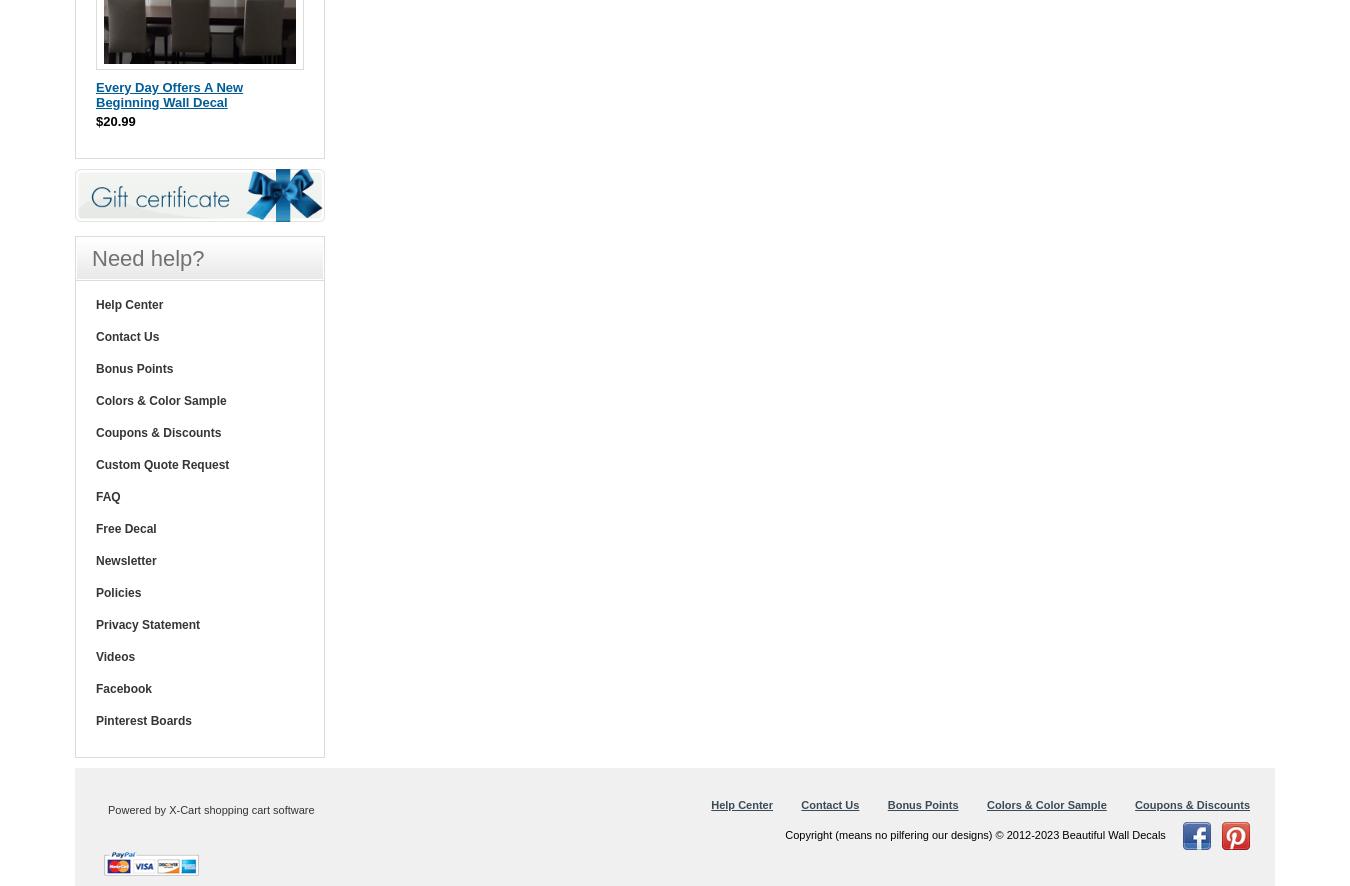  What do you see at coordinates (118, 591) in the screenshot?
I see `'Policies'` at bounding box center [118, 591].